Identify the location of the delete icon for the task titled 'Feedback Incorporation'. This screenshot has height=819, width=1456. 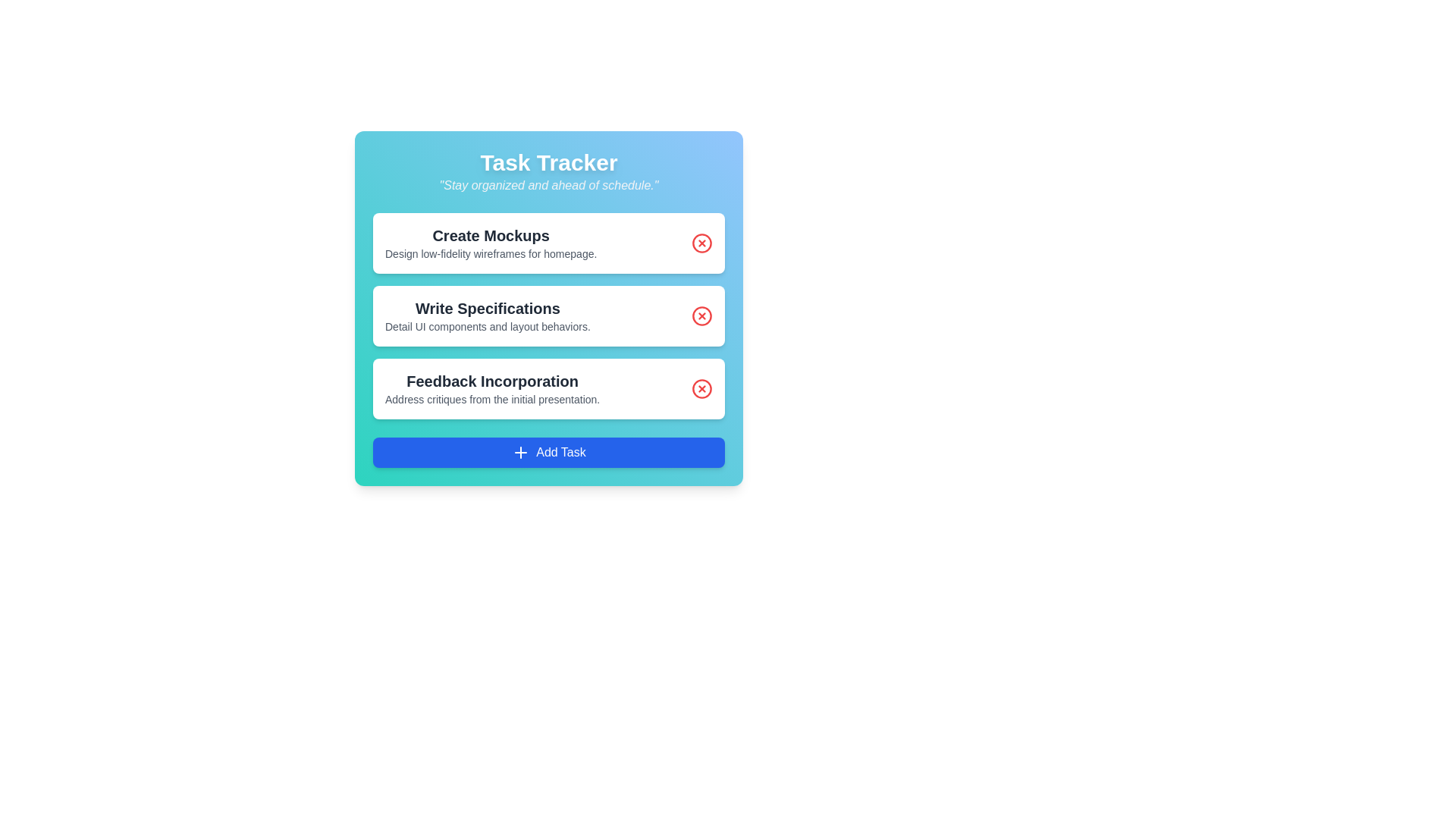
(701, 388).